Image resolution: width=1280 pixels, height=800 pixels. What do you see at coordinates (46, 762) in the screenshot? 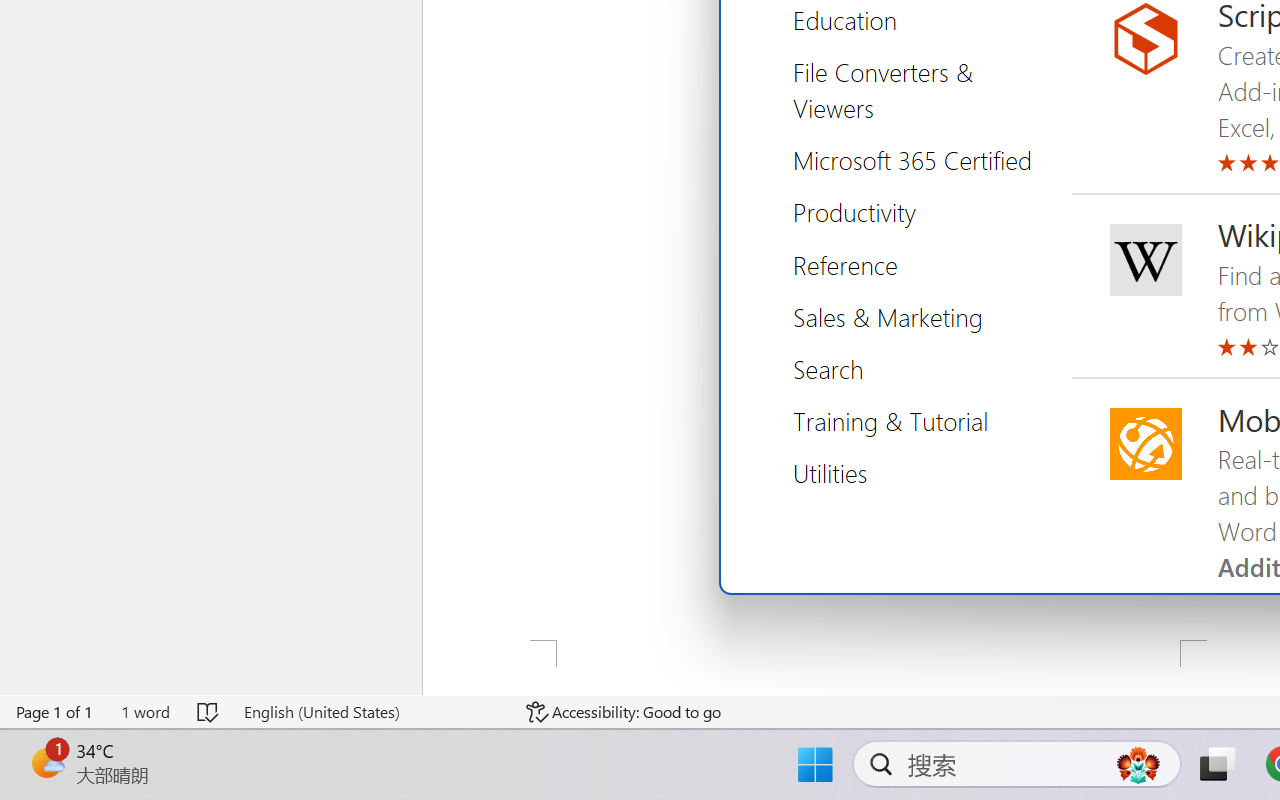
I see `'AutomationID: BadgeAnchorLargeTicker'` at bounding box center [46, 762].